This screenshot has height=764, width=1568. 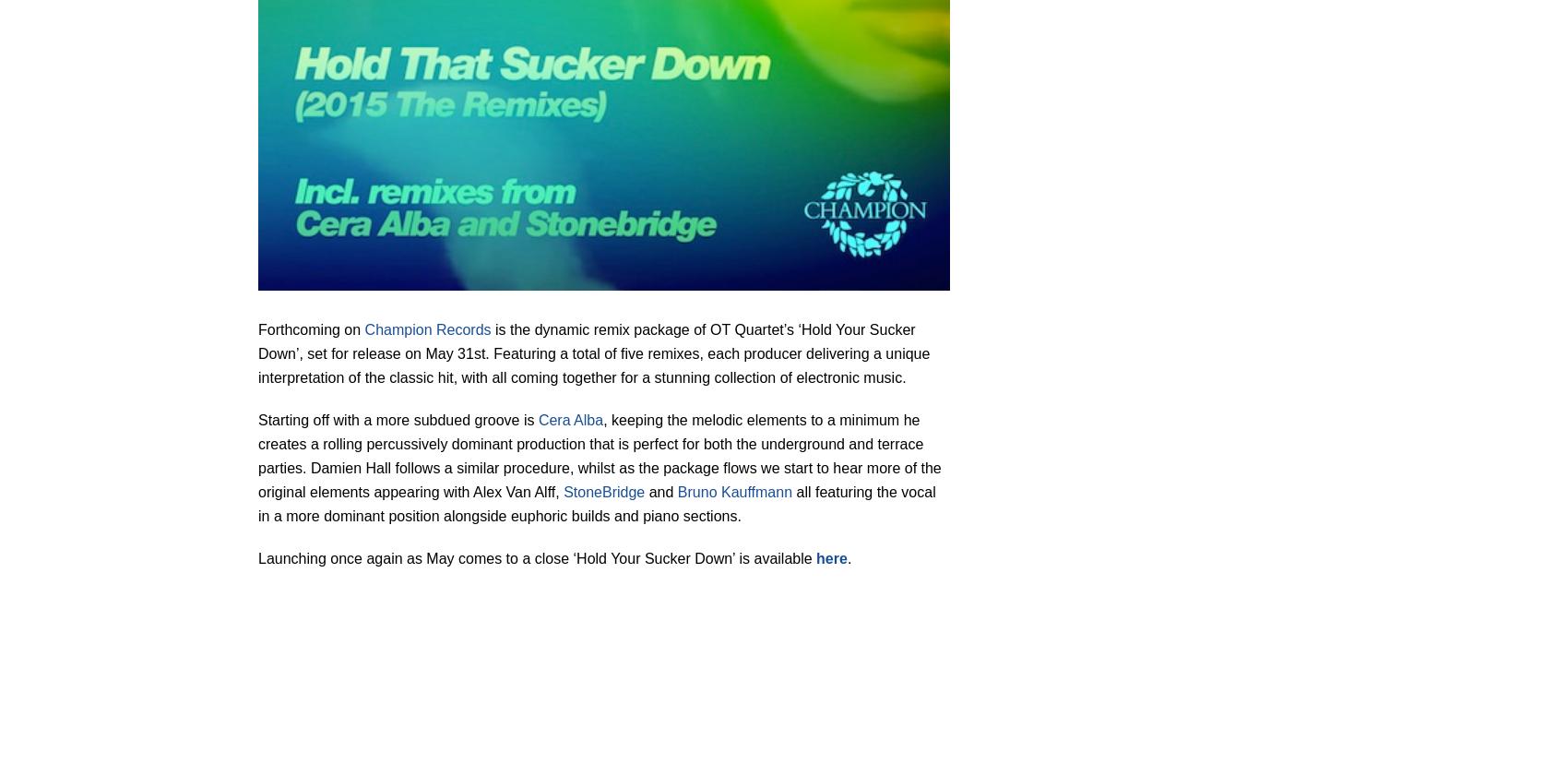 What do you see at coordinates (536, 556) in the screenshot?
I see `'Launching once again as May comes to a close ‘Hold Your Sucker Down’ is available'` at bounding box center [536, 556].